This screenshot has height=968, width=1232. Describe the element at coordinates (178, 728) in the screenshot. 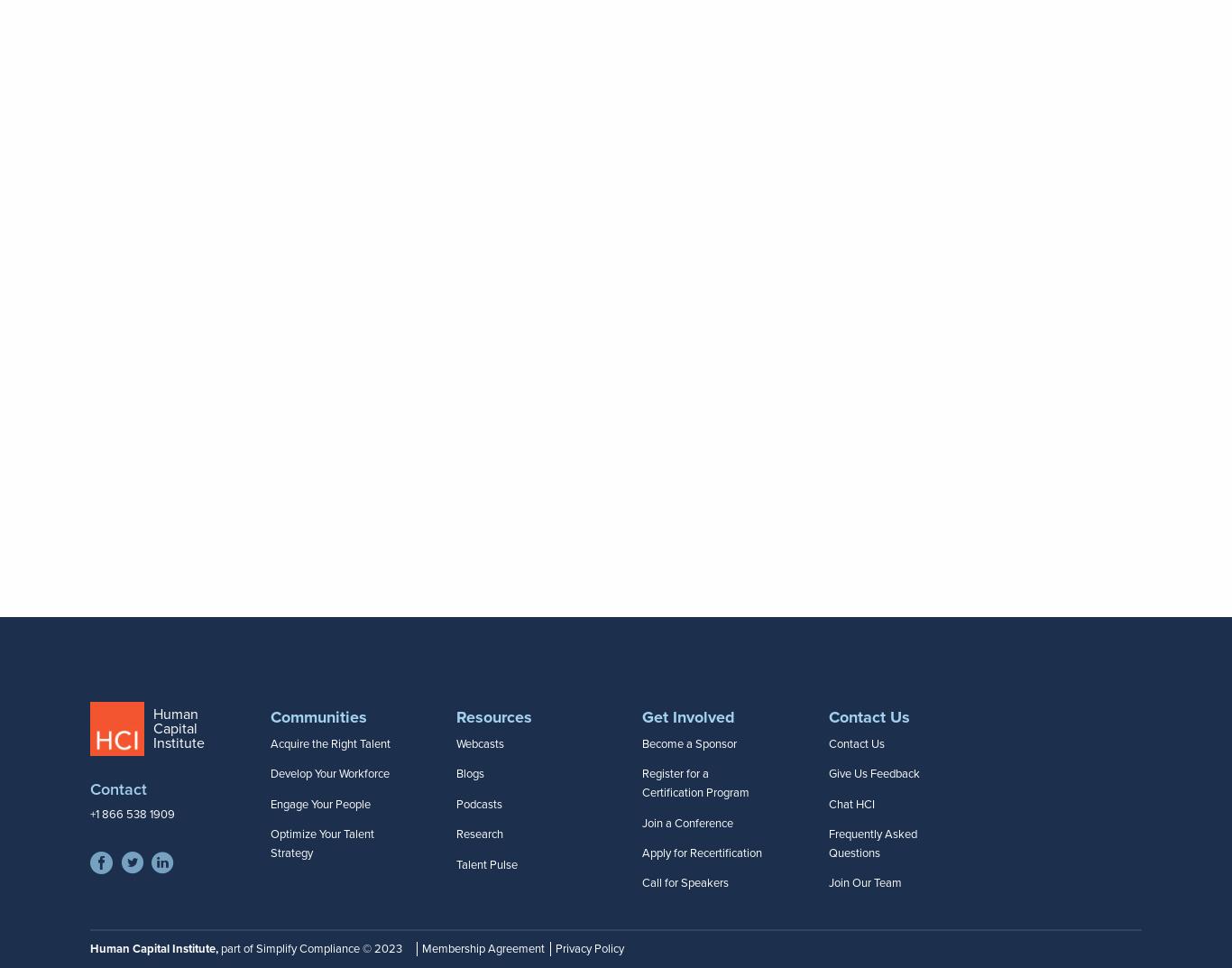

I see `'Human Capital Institute'` at that location.